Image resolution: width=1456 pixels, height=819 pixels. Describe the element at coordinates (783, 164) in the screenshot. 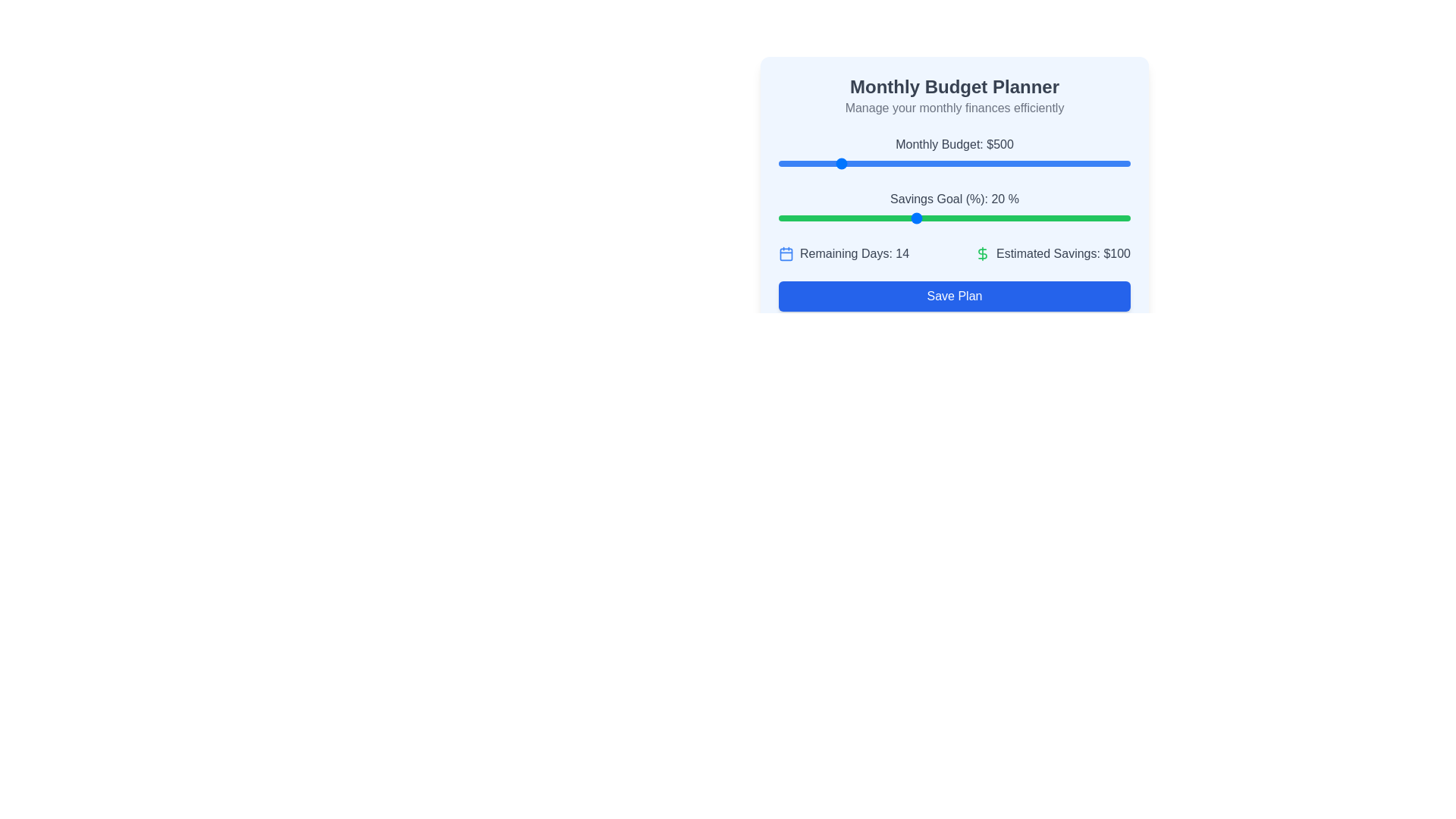

I see `the budget` at that location.